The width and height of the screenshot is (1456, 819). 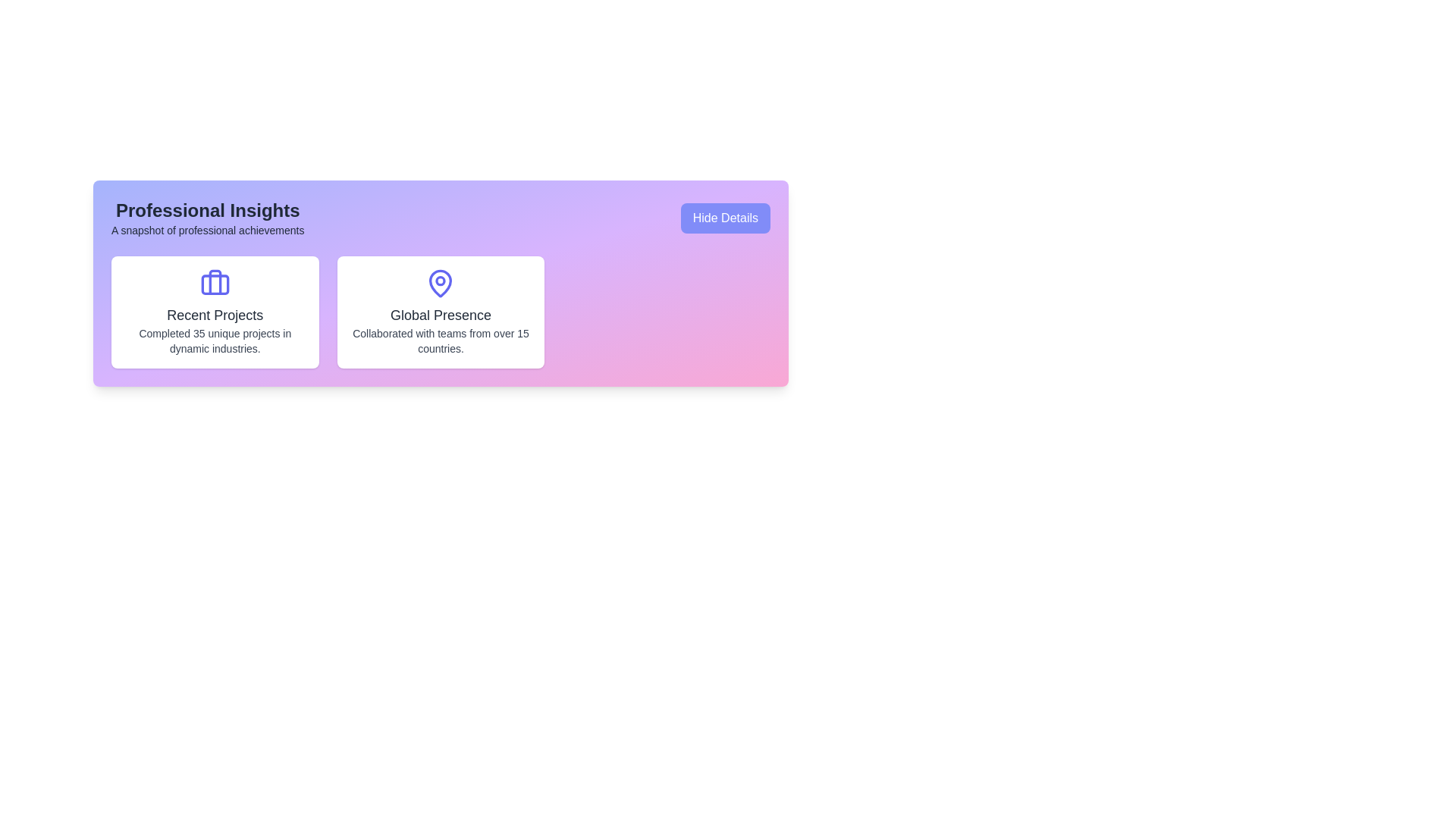 What do you see at coordinates (440, 284) in the screenshot?
I see `the map pin icon with a blue outline located on the right card in the 'Global Presence' section, positioned centrally above the text descriptions` at bounding box center [440, 284].